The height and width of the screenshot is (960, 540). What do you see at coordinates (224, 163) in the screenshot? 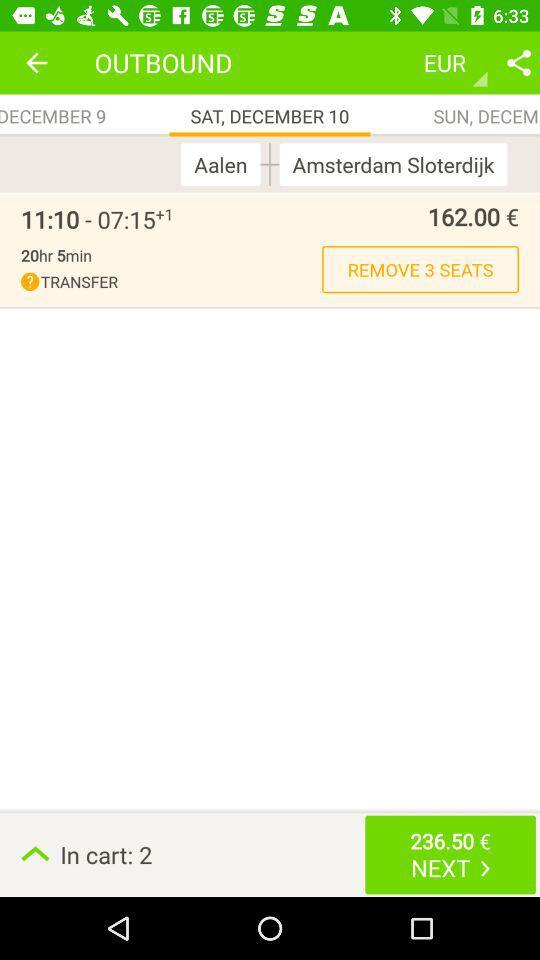
I see `app below the sat, december 10 app` at bounding box center [224, 163].